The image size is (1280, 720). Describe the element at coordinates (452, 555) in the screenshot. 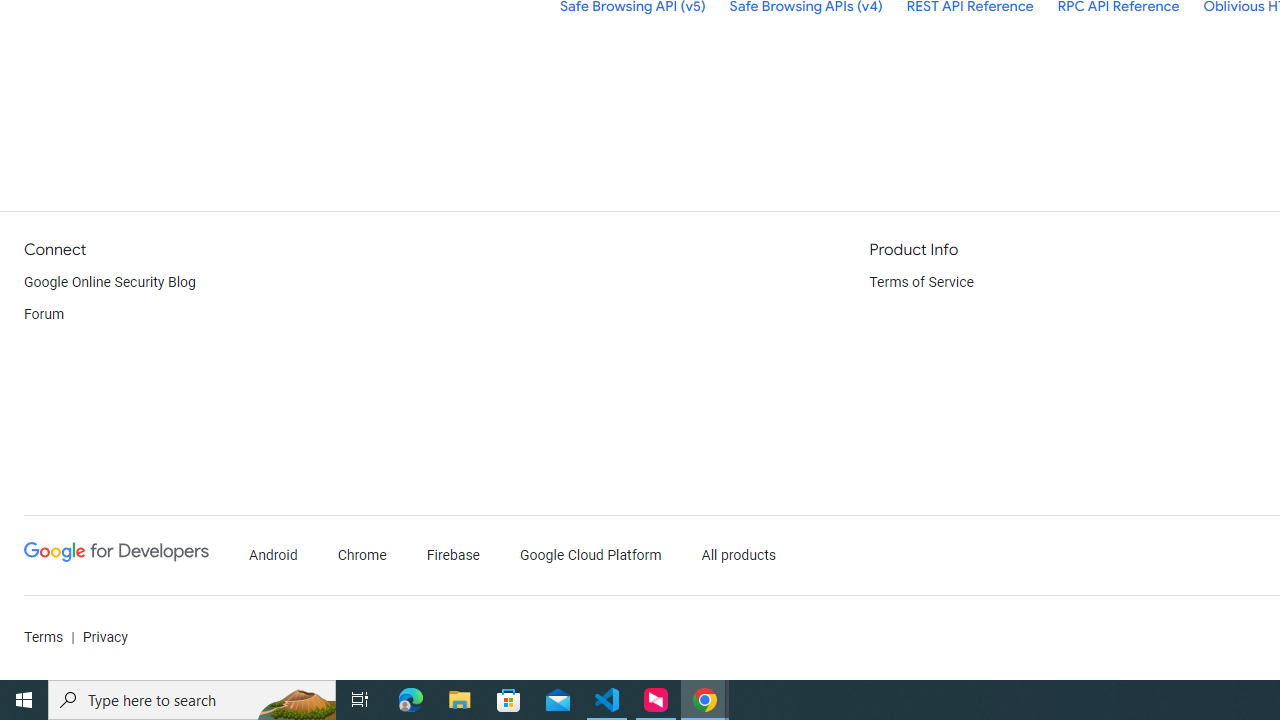

I see `'Firebase'` at that location.